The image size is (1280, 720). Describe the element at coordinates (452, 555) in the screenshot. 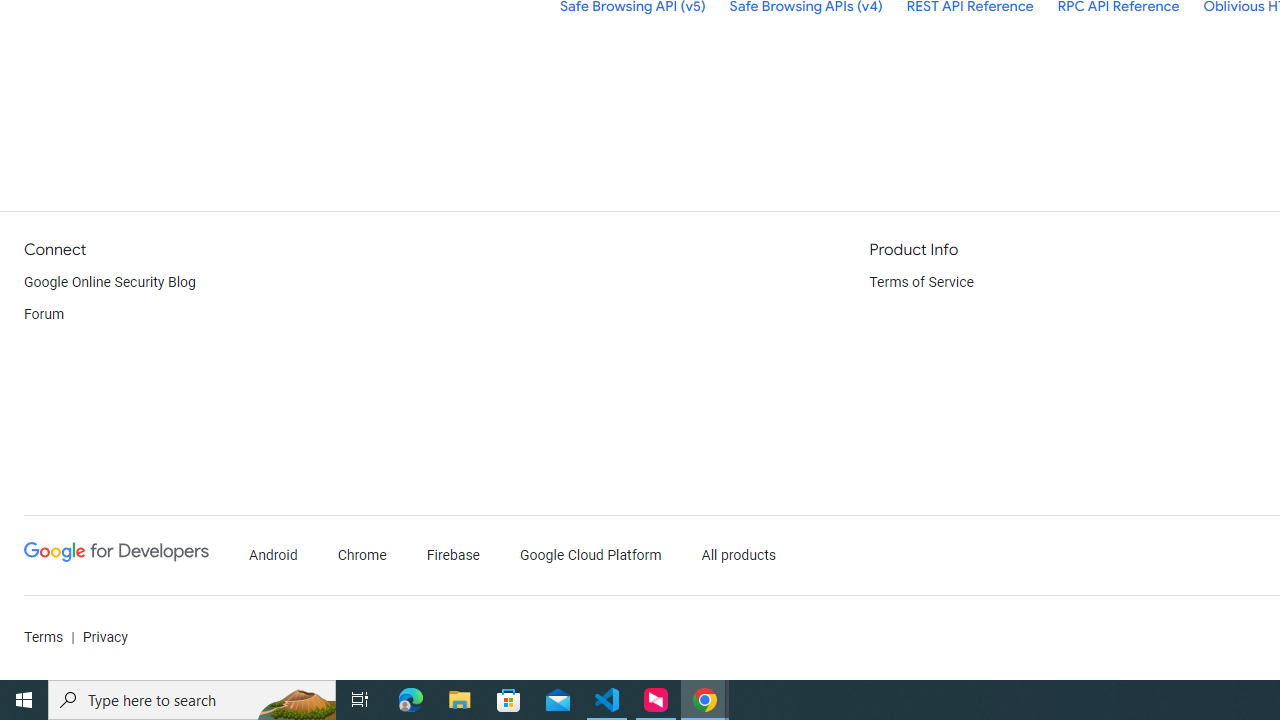

I see `'Firebase'` at that location.